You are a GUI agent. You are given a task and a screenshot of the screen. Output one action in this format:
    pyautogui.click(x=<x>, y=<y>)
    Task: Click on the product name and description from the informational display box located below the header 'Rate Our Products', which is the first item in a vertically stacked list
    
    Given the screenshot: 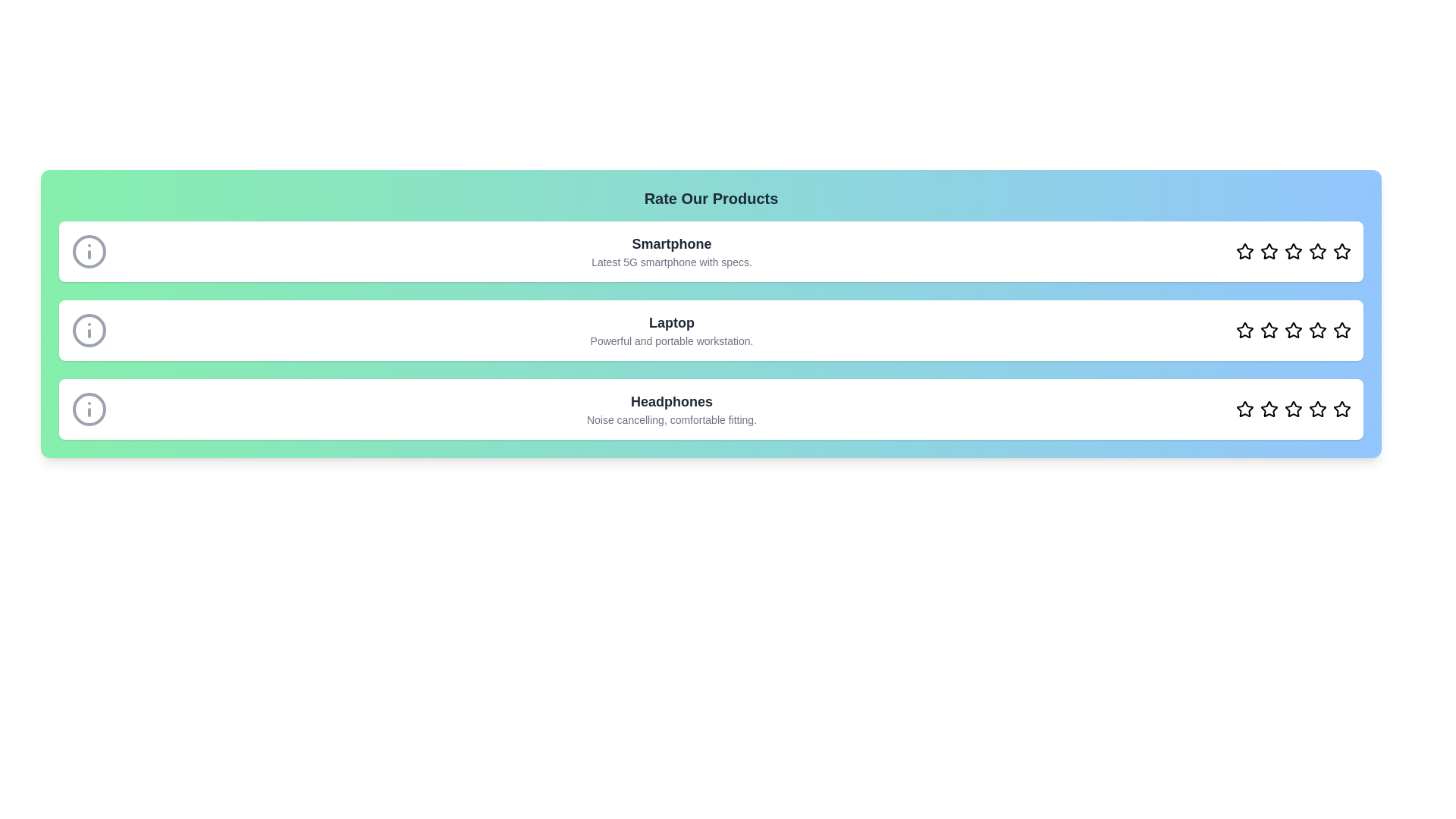 What is the action you would take?
    pyautogui.click(x=671, y=250)
    